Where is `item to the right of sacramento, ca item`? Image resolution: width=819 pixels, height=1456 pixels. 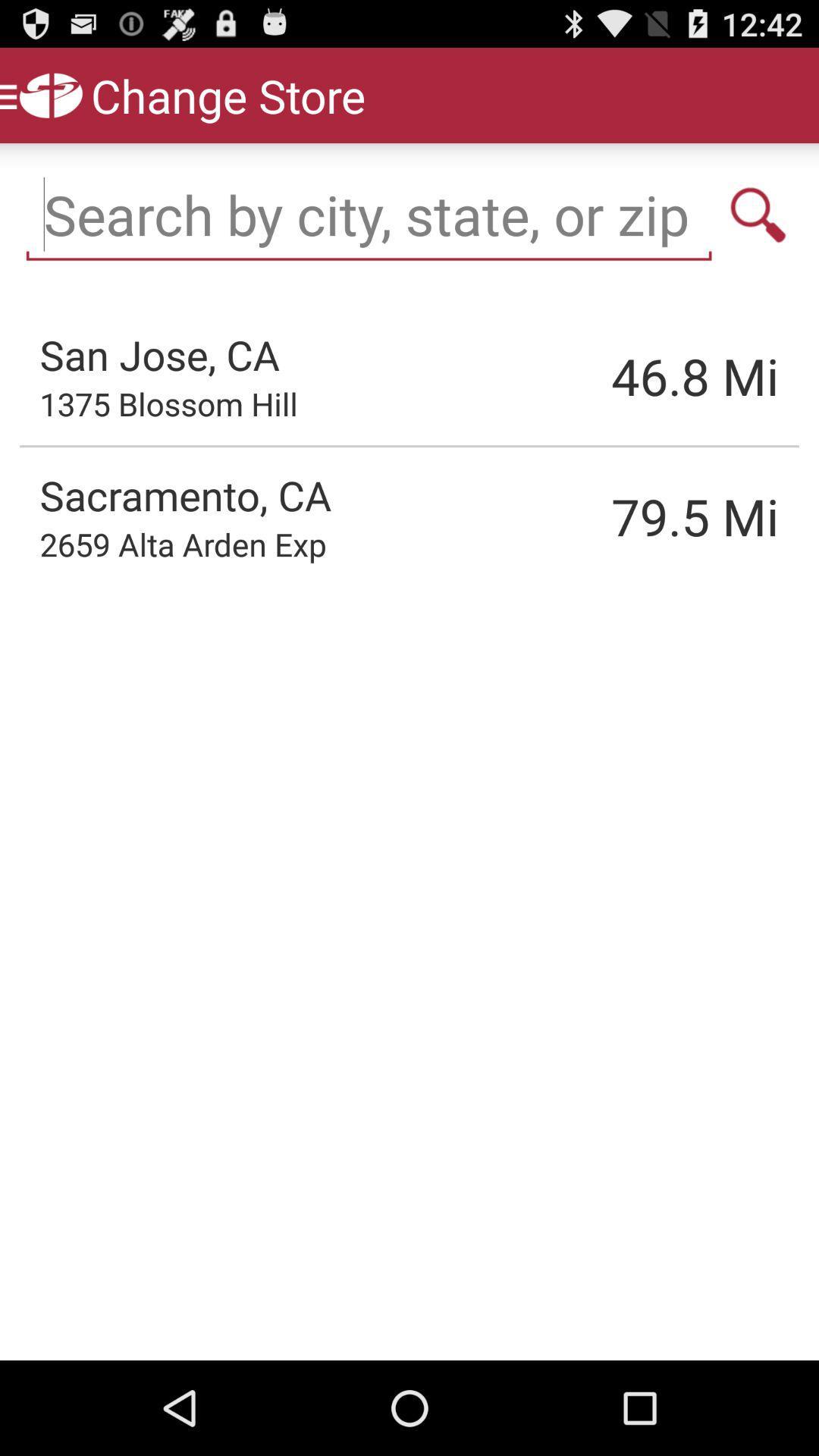 item to the right of sacramento, ca item is located at coordinates (618, 516).